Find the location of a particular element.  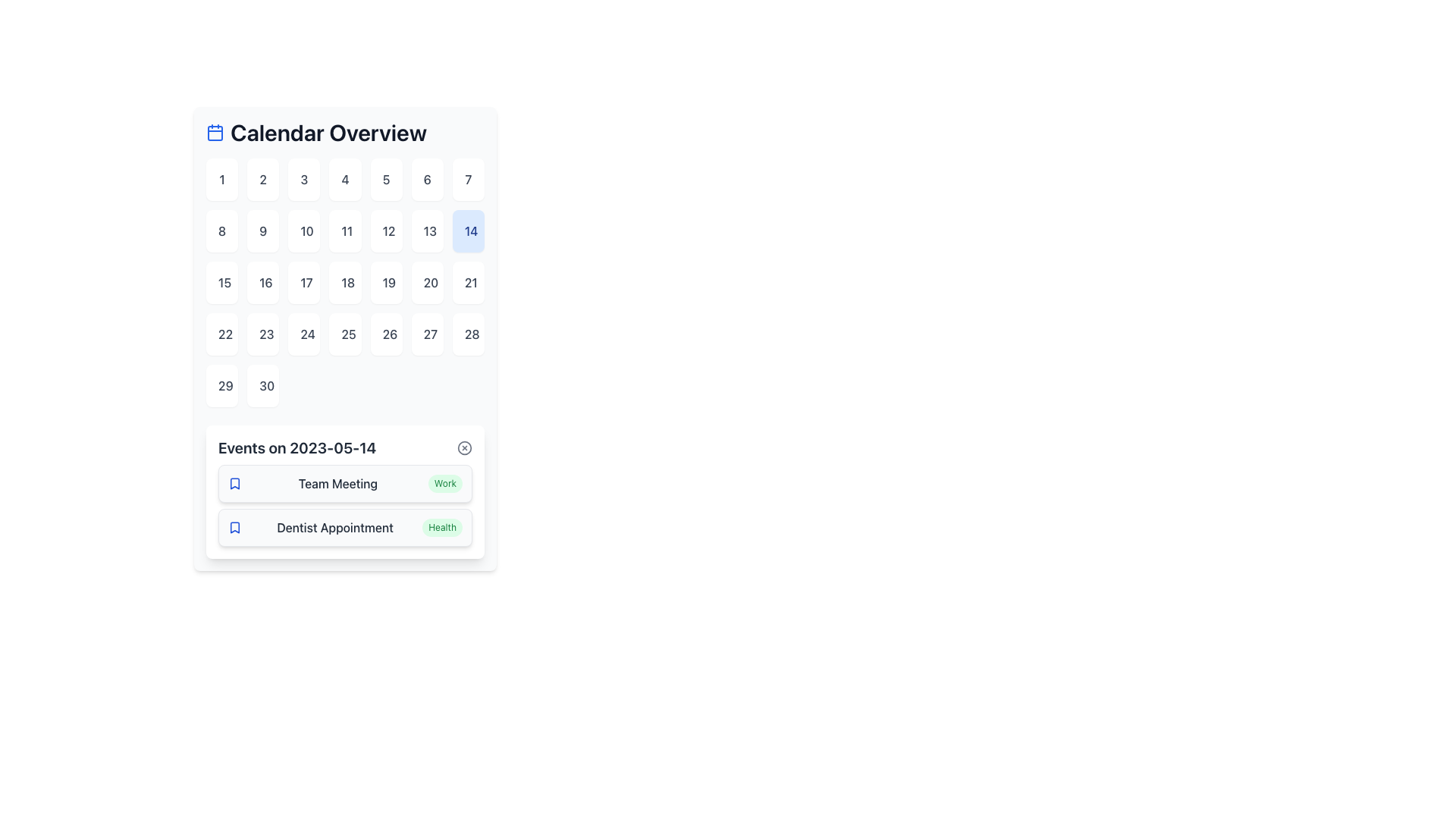

the clickable calendar day cell representing the 28th day of the month, located in the fifth row and seventh column of a grid layout is located at coordinates (467, 333).